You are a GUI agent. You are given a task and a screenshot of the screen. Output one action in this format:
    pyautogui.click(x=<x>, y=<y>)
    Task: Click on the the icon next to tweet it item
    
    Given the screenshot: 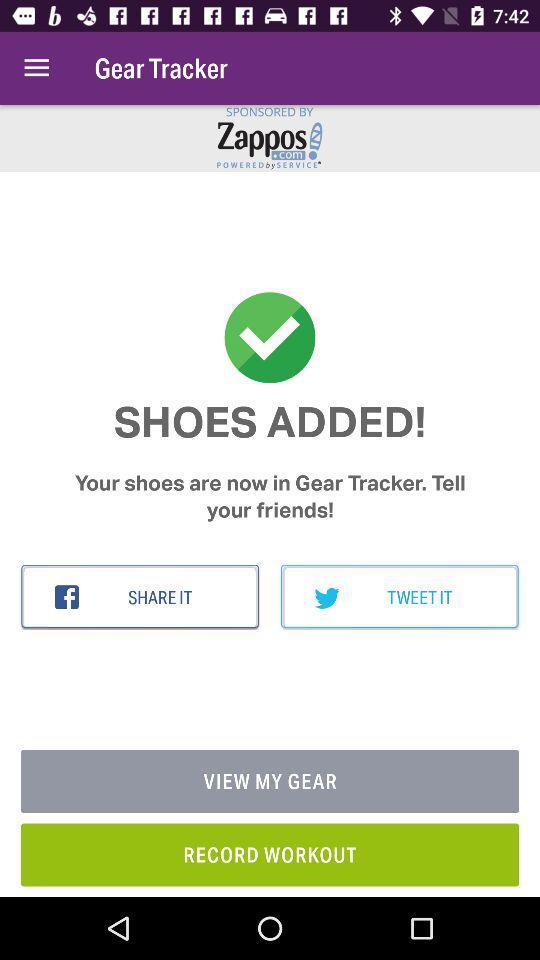 What is the action you would take?
    pyautogui.click(x=139, y=597)
    